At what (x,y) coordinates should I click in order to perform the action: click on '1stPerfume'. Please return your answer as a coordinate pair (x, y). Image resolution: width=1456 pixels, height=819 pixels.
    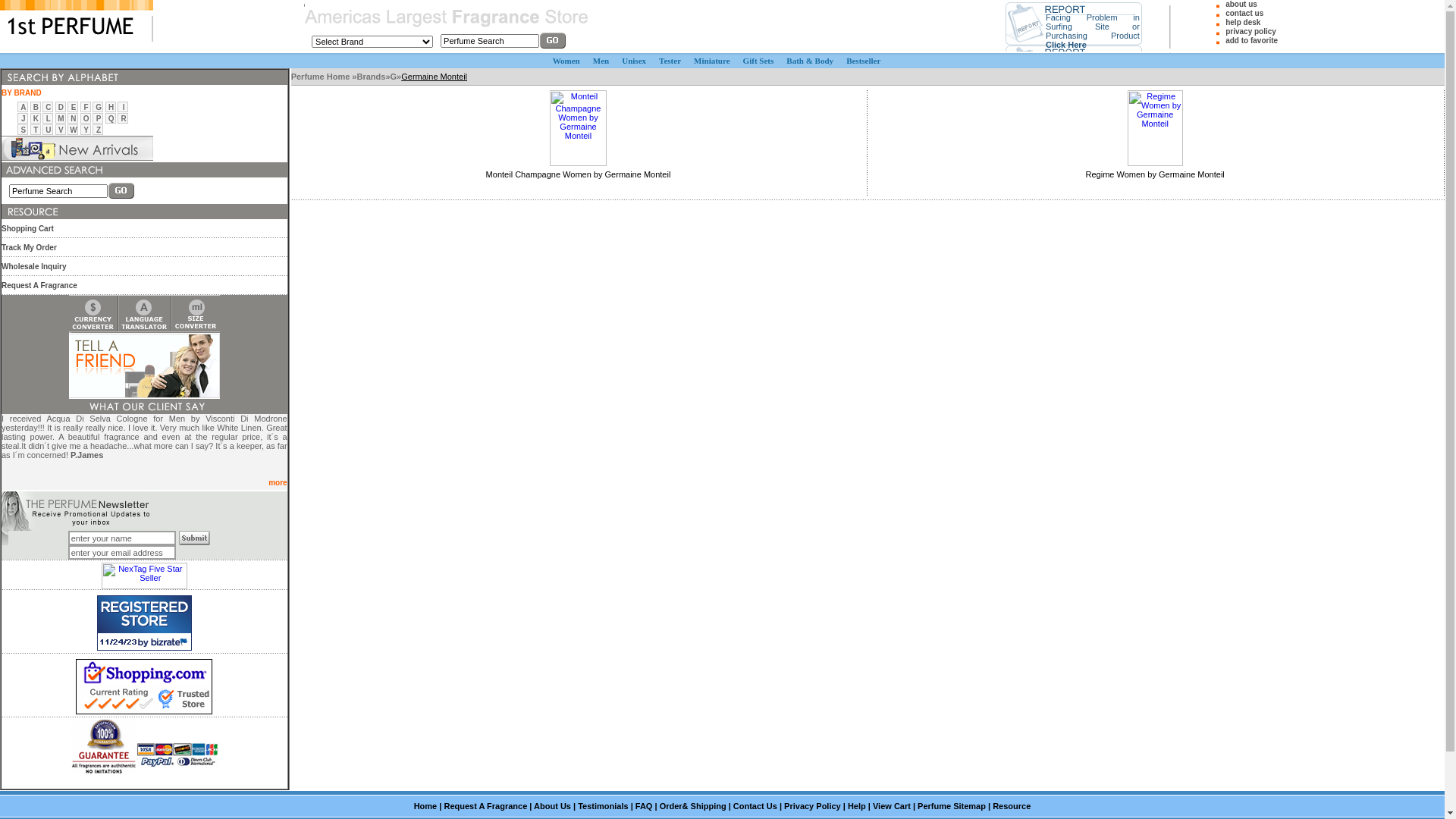
    Looking at the image, I should click on (75, 20).